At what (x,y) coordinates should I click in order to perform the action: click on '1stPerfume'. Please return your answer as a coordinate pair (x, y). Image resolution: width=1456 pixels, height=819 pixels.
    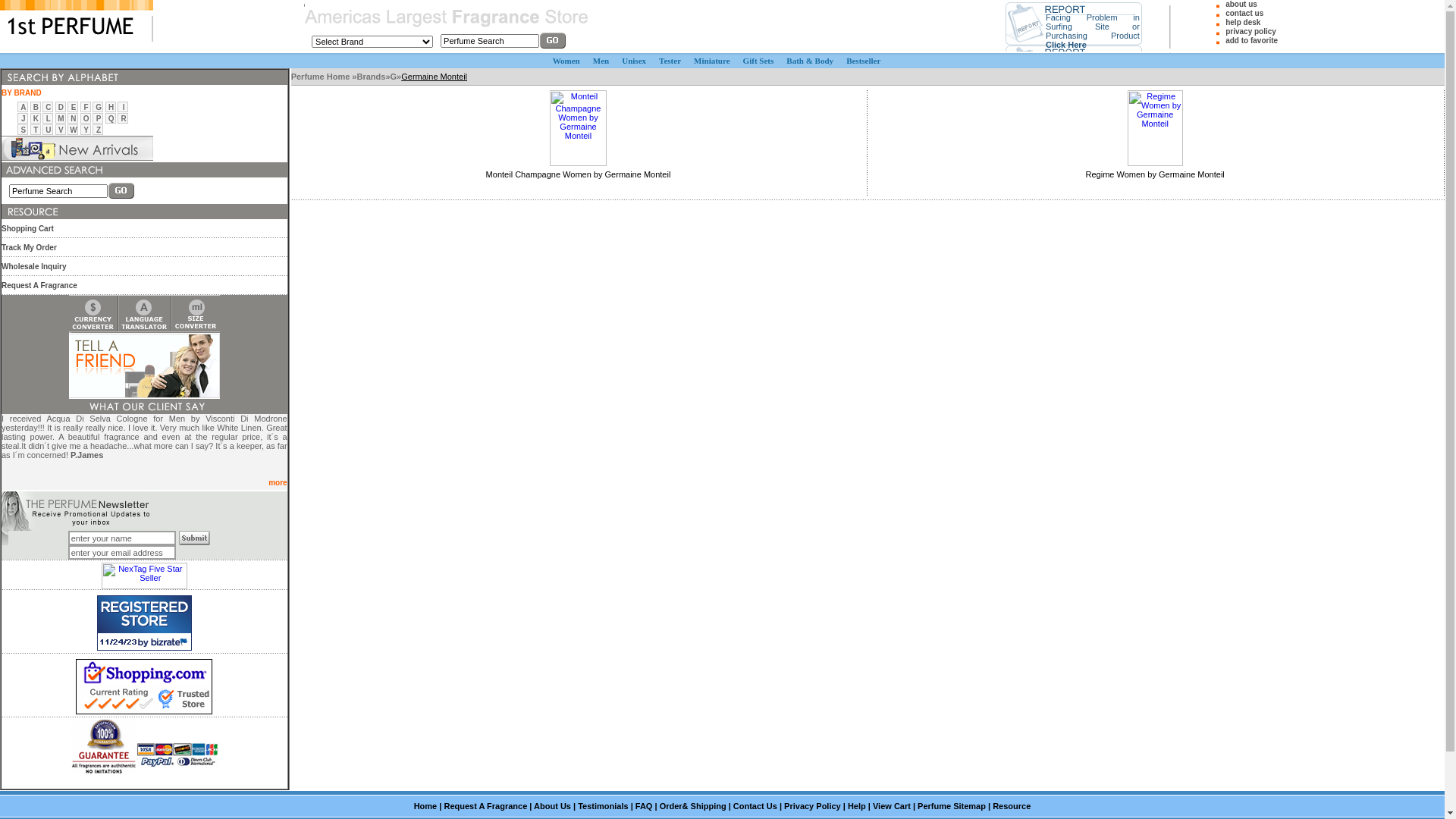
    Looking at the image, I should click on (75, 20).